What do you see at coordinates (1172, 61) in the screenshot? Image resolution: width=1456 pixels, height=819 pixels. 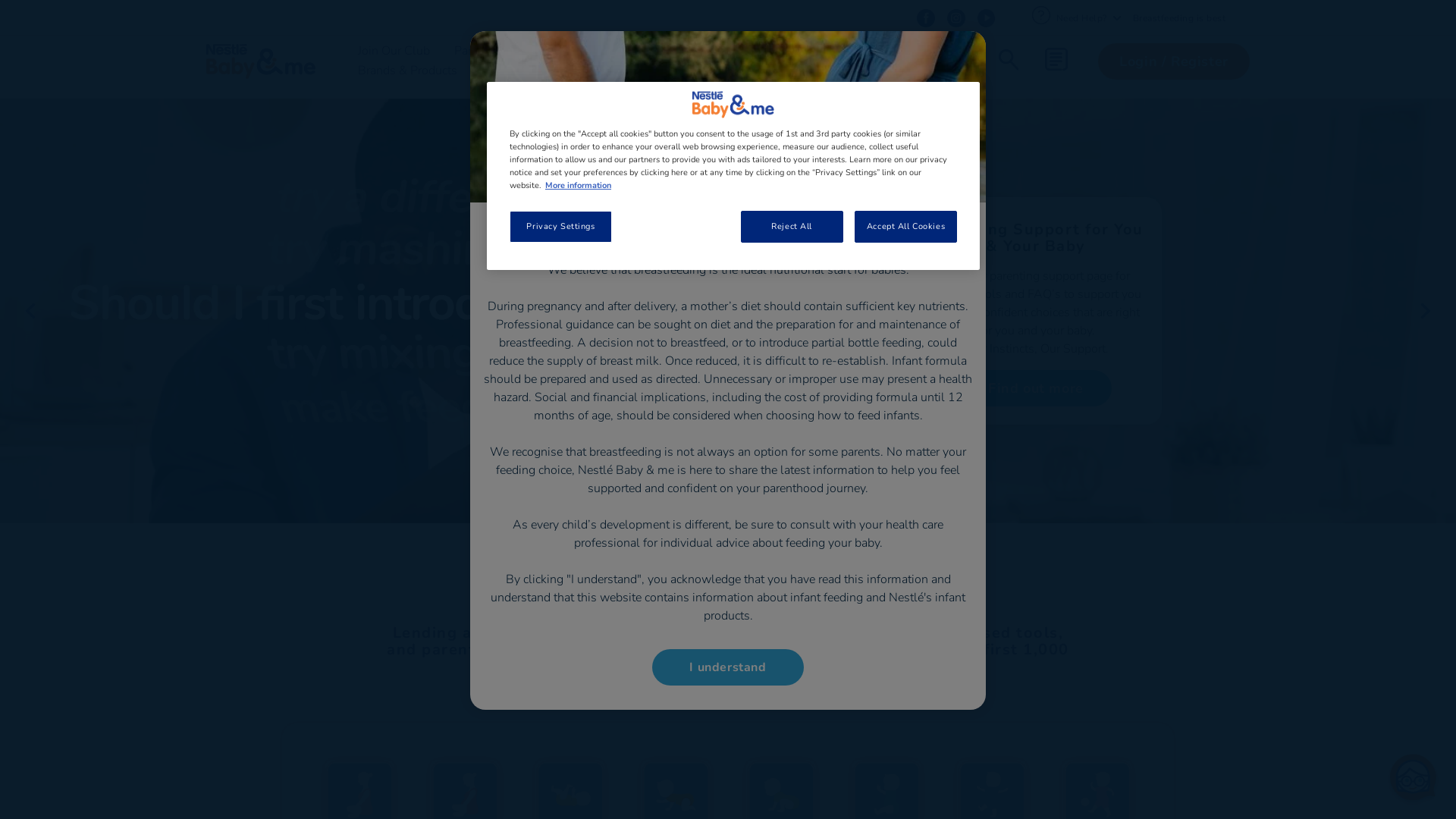 I see `'Login / Register'` at bounding box center [1172, 61].